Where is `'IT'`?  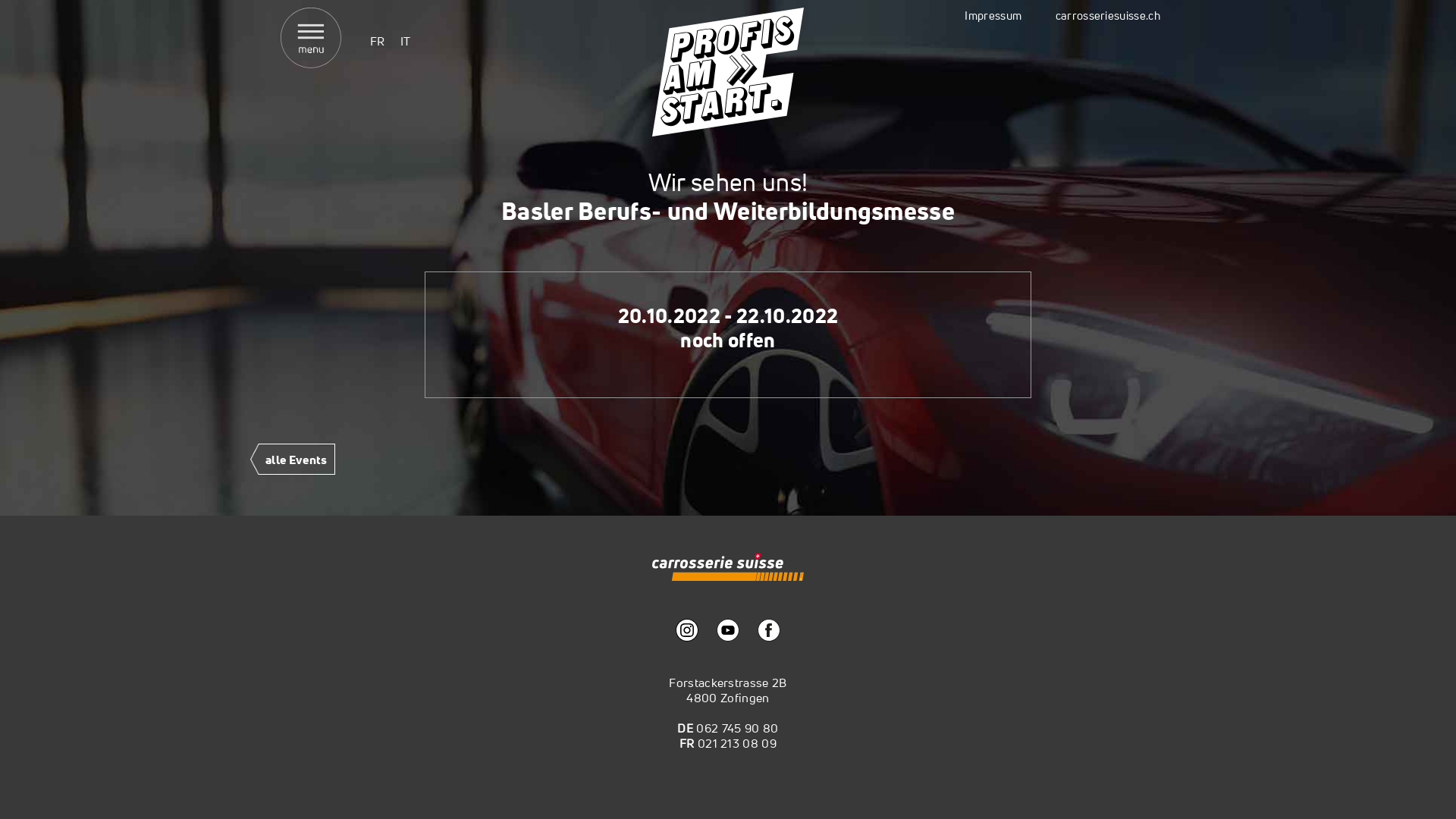
'IT' is located at coordinates (405, 40).